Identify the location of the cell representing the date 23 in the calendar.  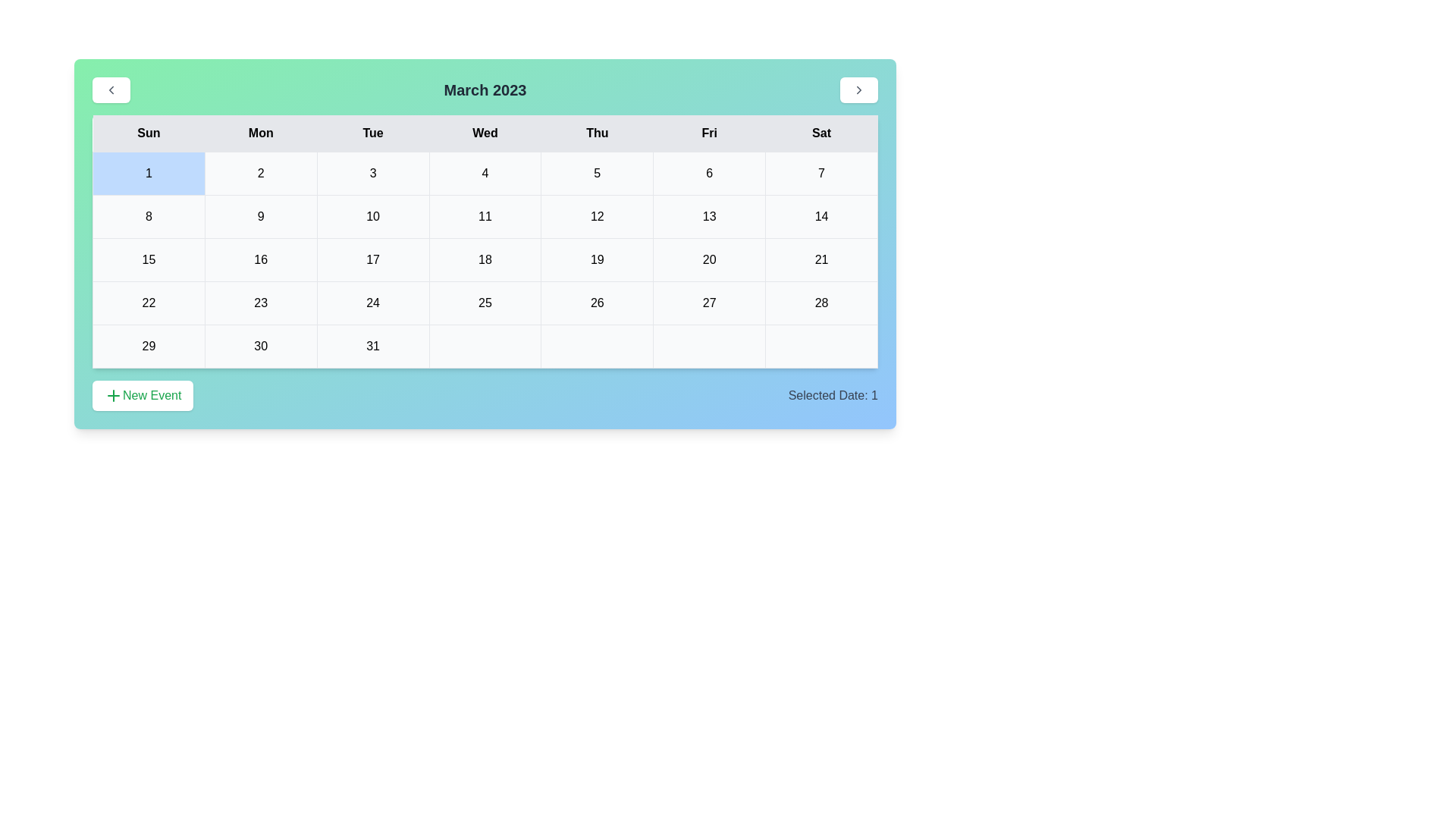
(261, 303).